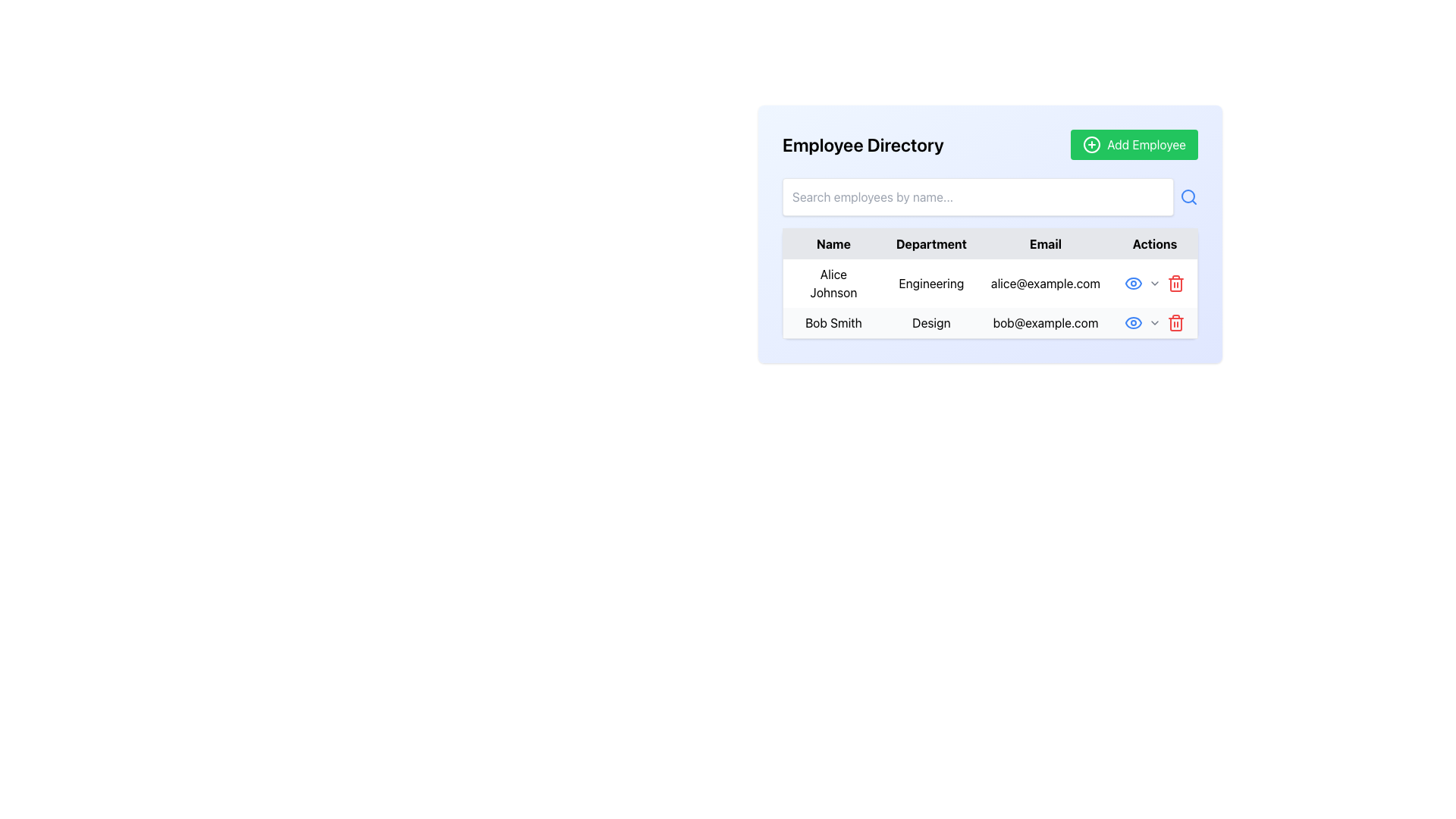 This screenshot has width=1456, height=819. What do you see at coordinates (1044, 243) in the screenshot?
I see `the 'Email' text label, which is the third column header in the table, located on a light-gray horizontal bar` at bounding box center [1044, 243].